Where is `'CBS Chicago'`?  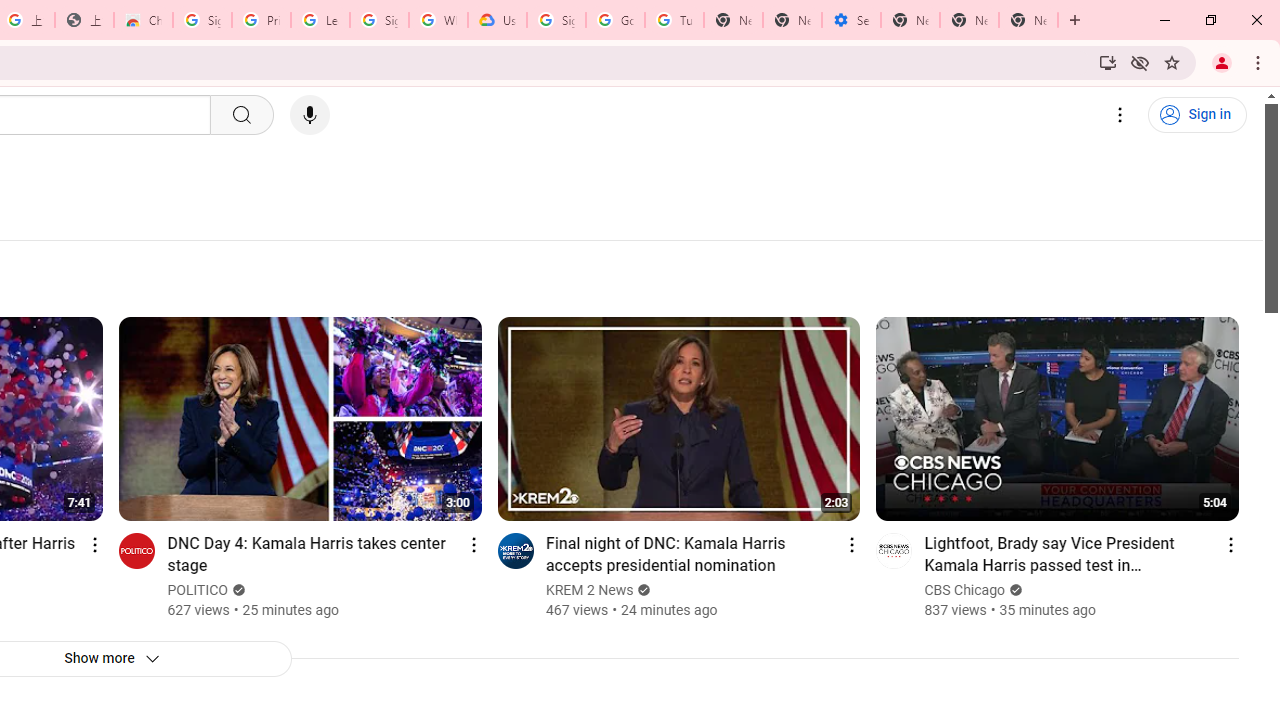 'CBS Chicago' is located at coordinates (965, 589).